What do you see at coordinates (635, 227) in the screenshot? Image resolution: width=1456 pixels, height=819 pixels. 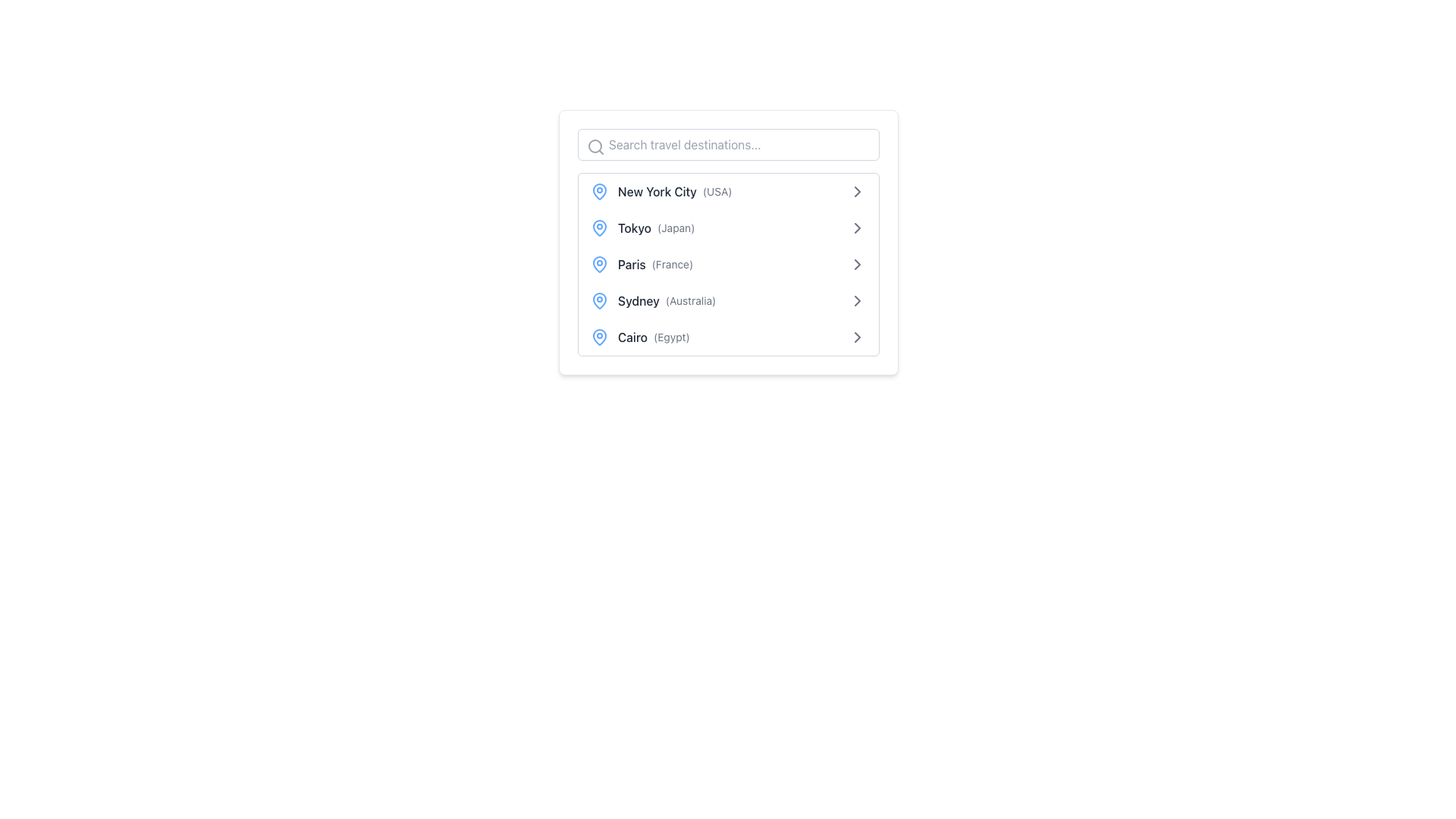 I see `the text label representing the name of a city in the second entry of a travel destination list, which is accompanied by a blue location marker icon on the left and the text '(Japan)' on the right` at bounding box center [635, 227].